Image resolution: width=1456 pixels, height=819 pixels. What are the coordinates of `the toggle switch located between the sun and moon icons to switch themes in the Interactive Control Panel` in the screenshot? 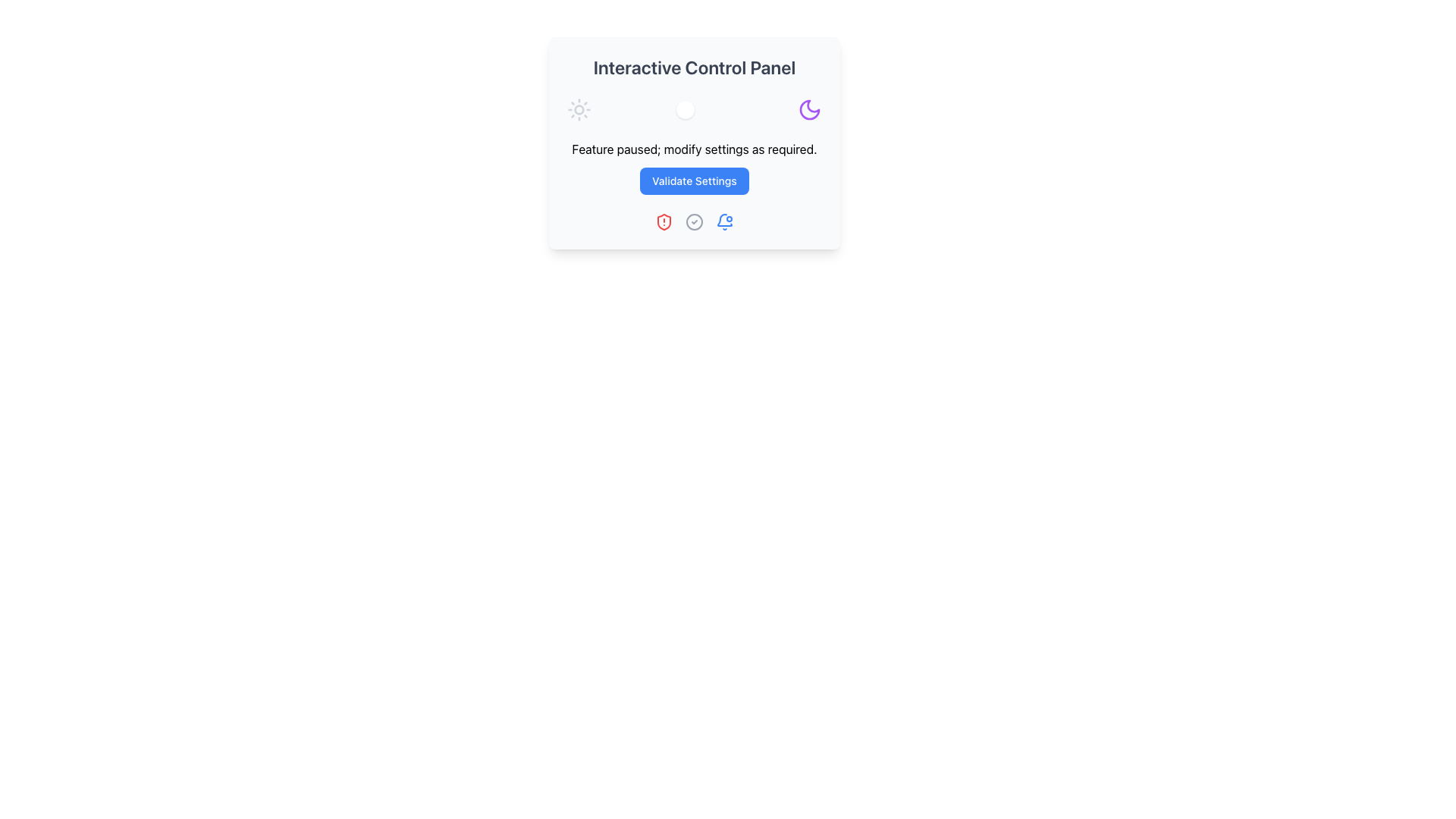 It's located at (694, 109).